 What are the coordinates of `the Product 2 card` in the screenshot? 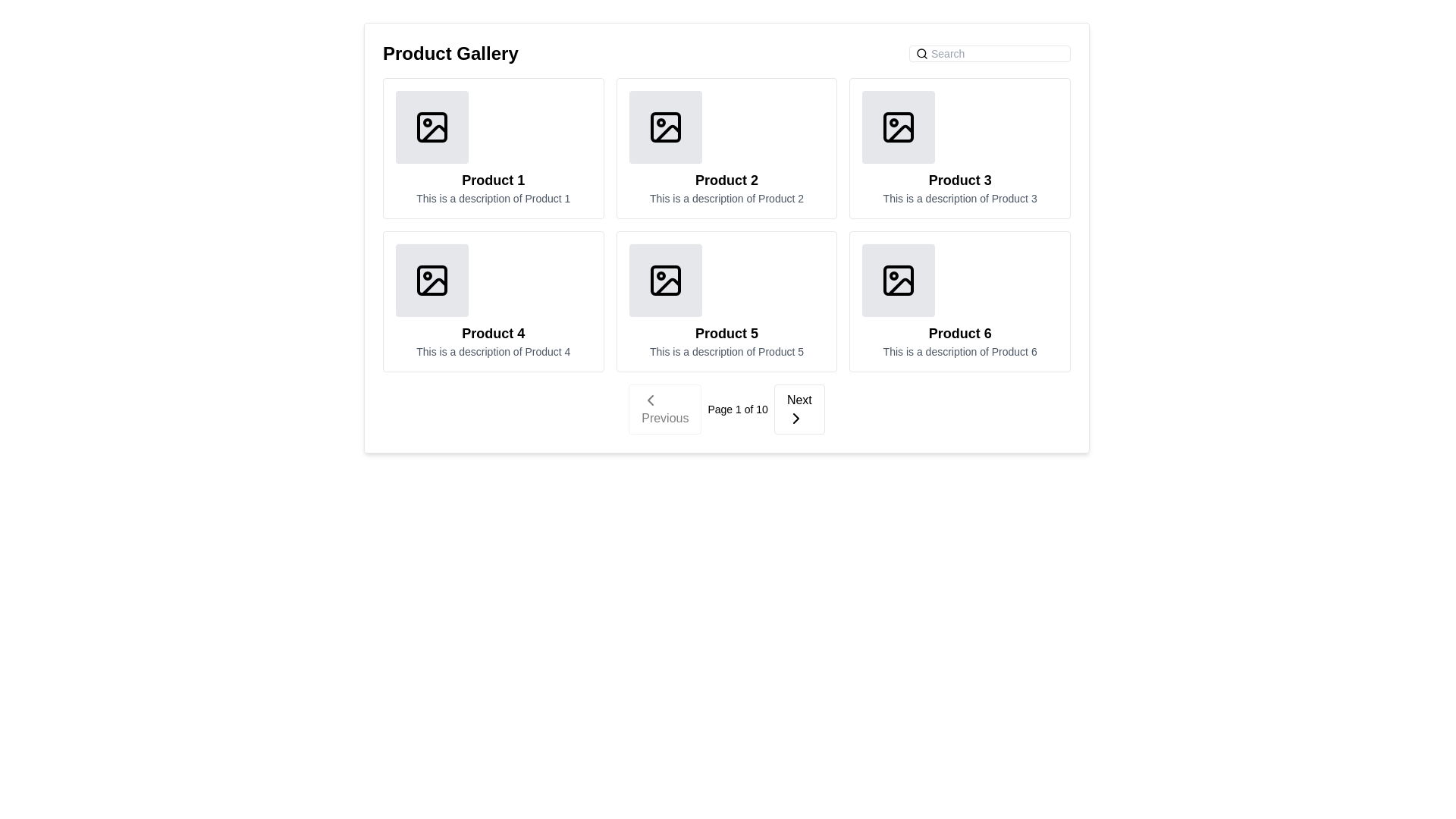 It's located at (726, 149).